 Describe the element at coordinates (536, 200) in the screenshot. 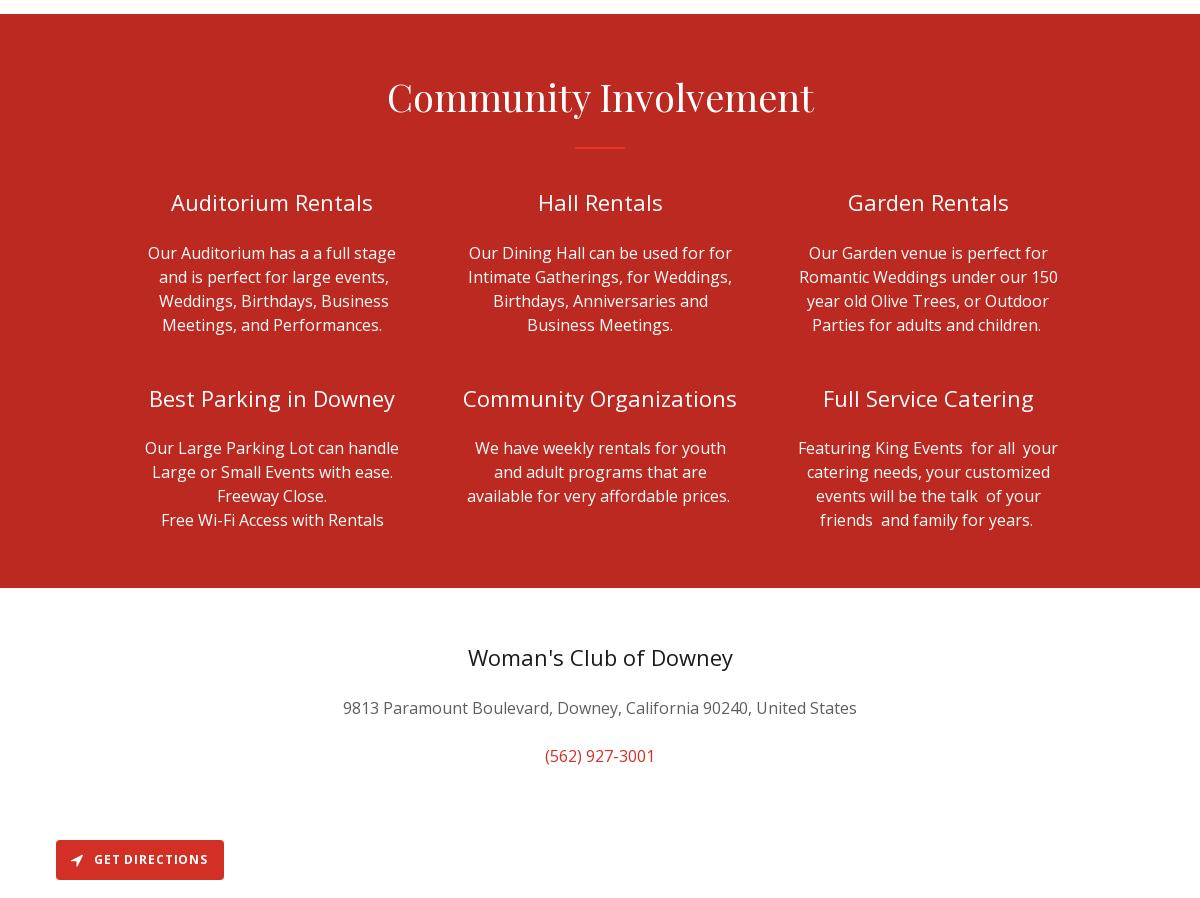

I see `'Hall Rentals'` at that location.